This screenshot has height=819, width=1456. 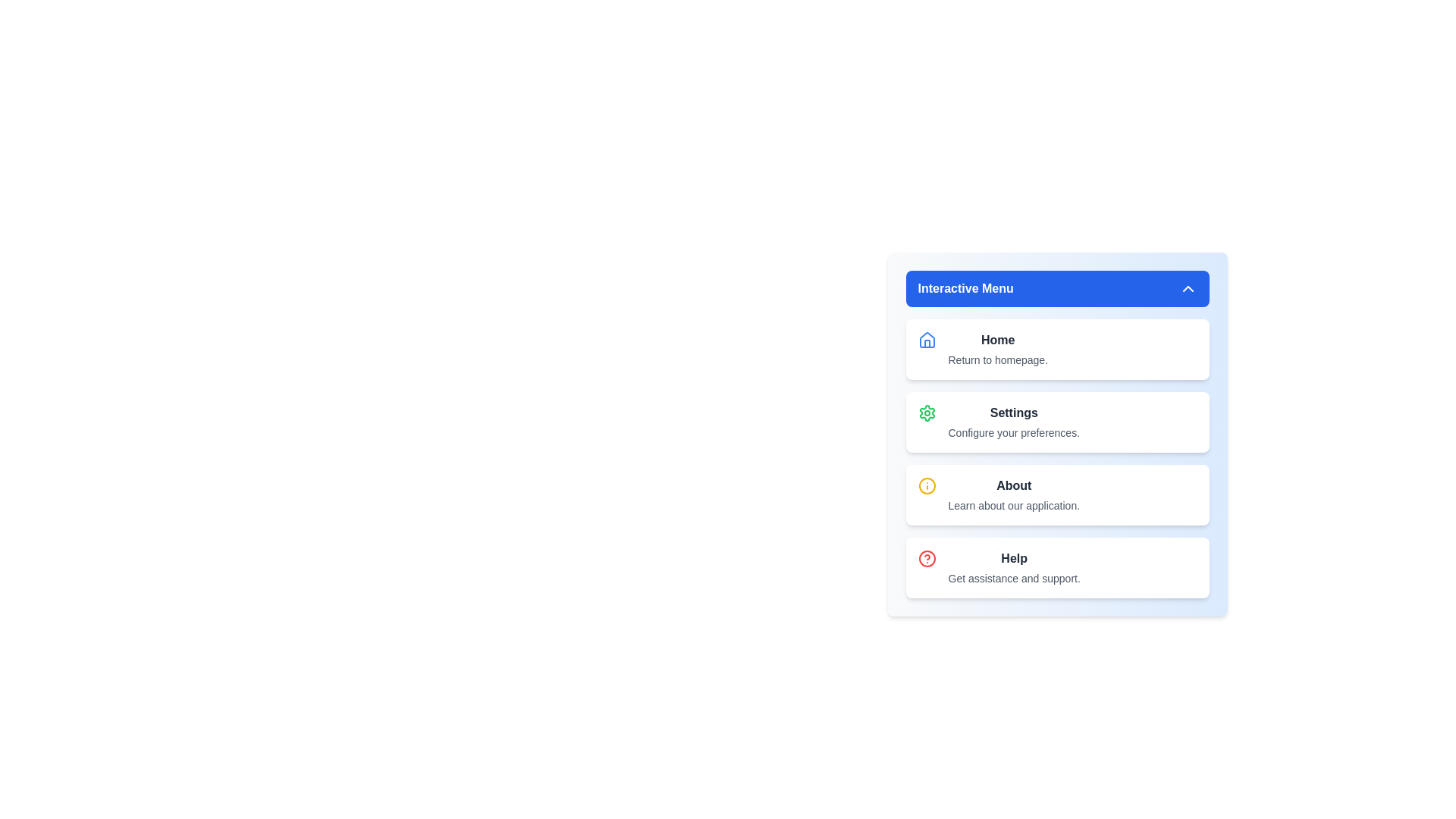 I want to click on the small blue house icon representing the 'Home' menu option, which is located adjacent to the text labeled 'Home' and 'Return to homepage.', so click(x=926, y=339).